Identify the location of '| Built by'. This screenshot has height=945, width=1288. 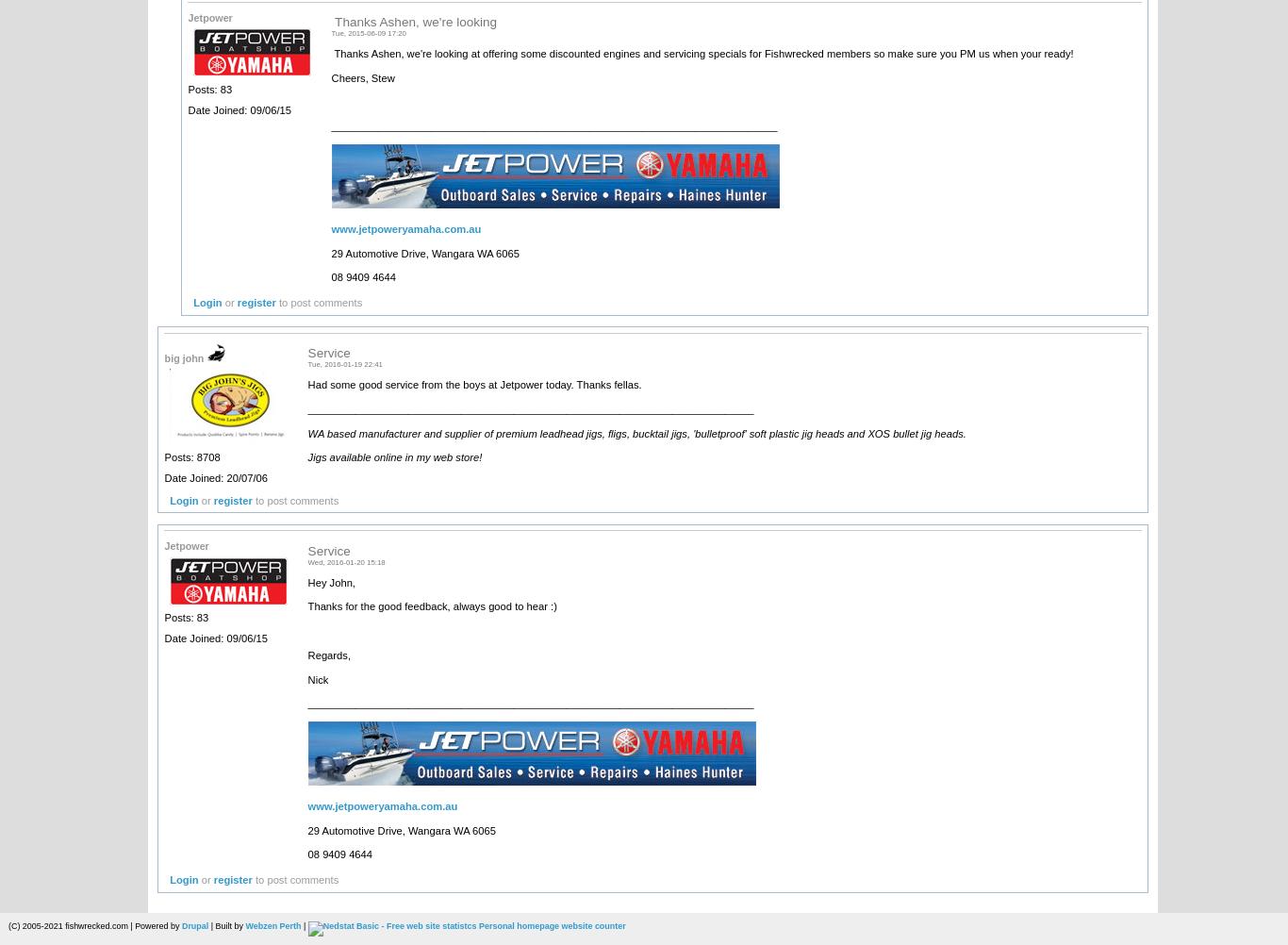
(226, 923).